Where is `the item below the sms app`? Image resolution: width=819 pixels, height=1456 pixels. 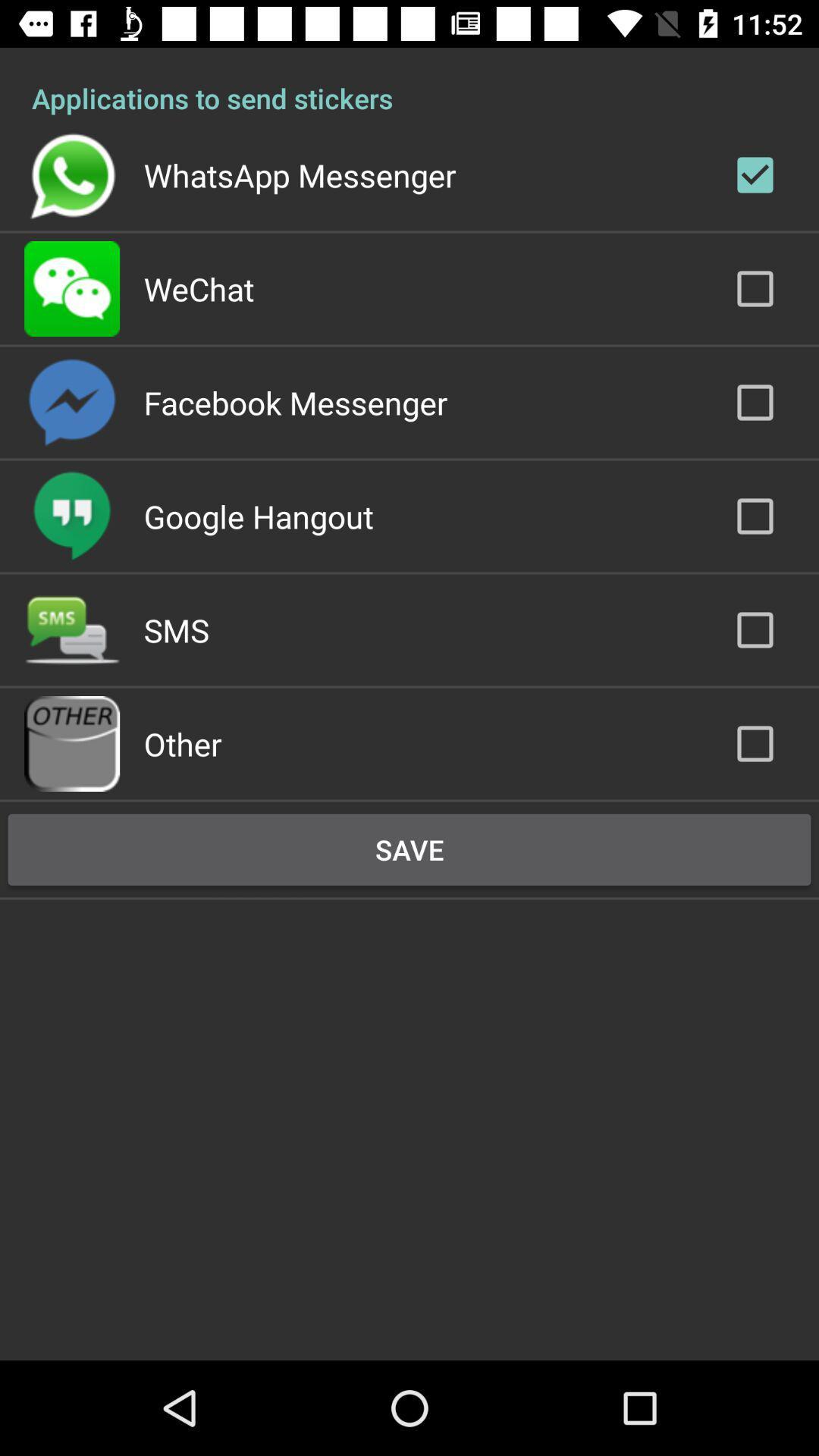 the item below the sms app is located at coordinates (182, 743).